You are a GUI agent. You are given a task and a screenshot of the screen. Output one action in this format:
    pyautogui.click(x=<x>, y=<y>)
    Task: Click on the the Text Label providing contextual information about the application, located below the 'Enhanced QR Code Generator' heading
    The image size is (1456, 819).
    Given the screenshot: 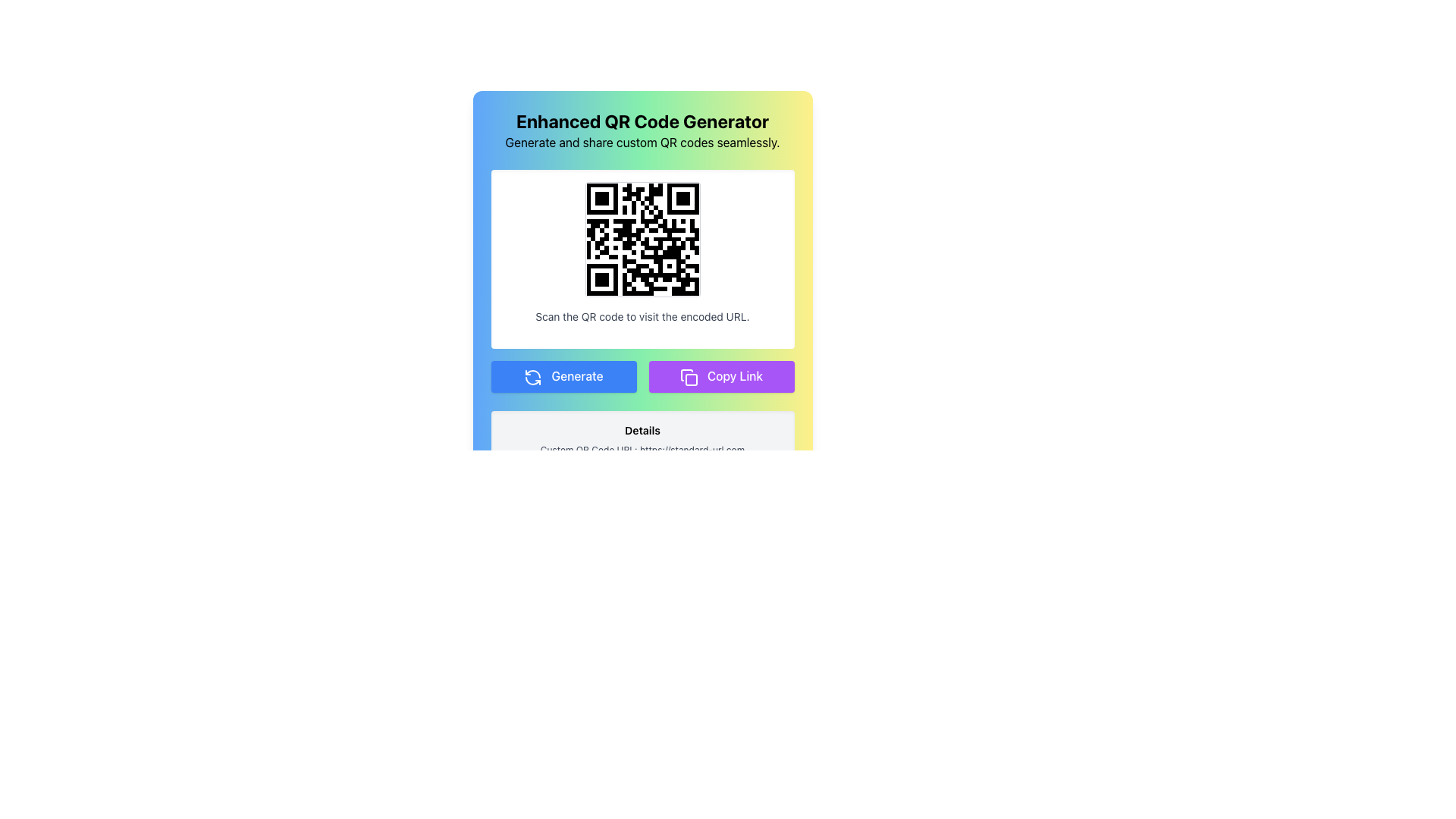 What is the action you would take?
    pyautogui.click(x=642, y=143)
    